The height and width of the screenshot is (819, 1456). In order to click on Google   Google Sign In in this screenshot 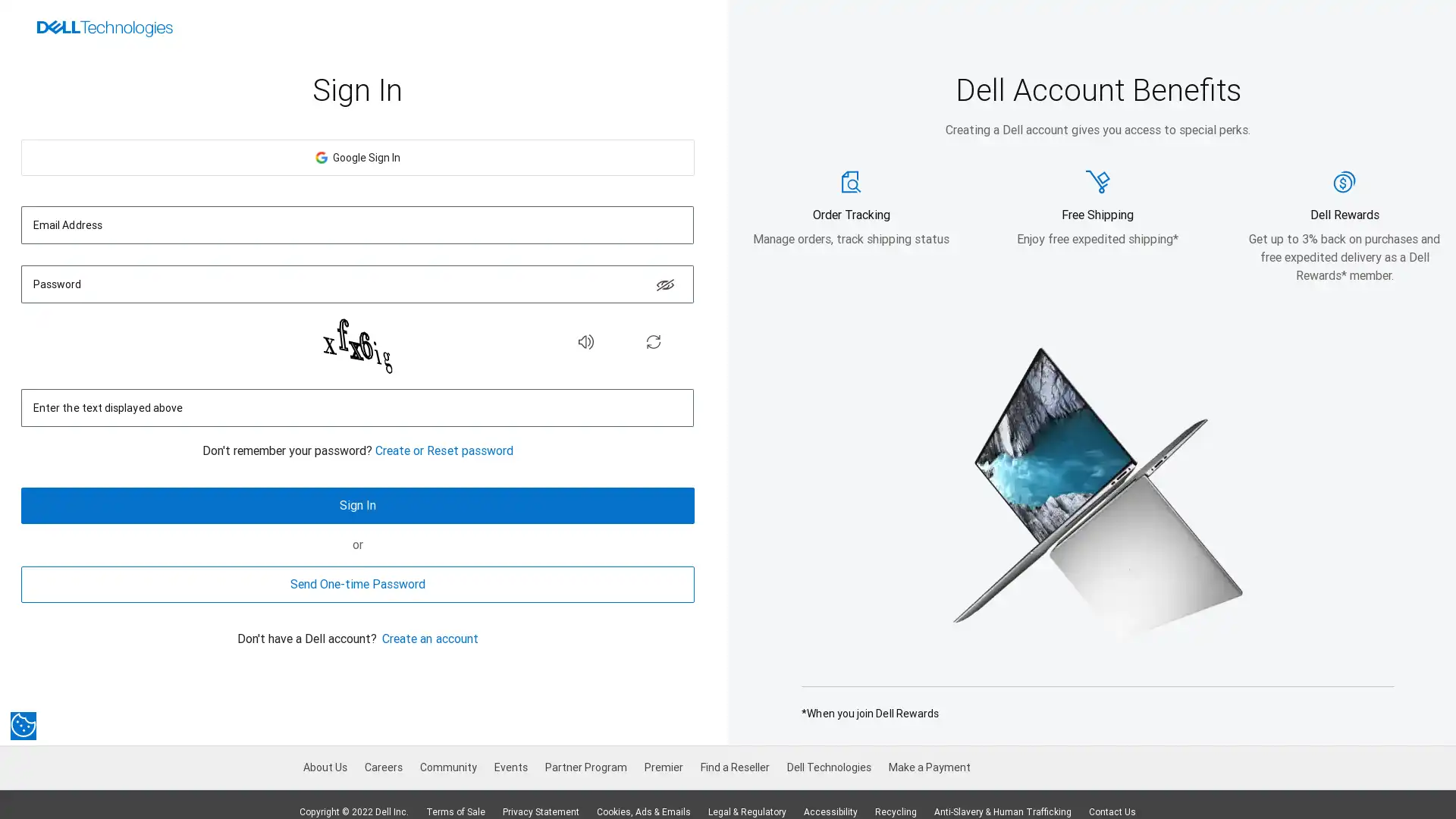, I will do `click(356, 158)`.